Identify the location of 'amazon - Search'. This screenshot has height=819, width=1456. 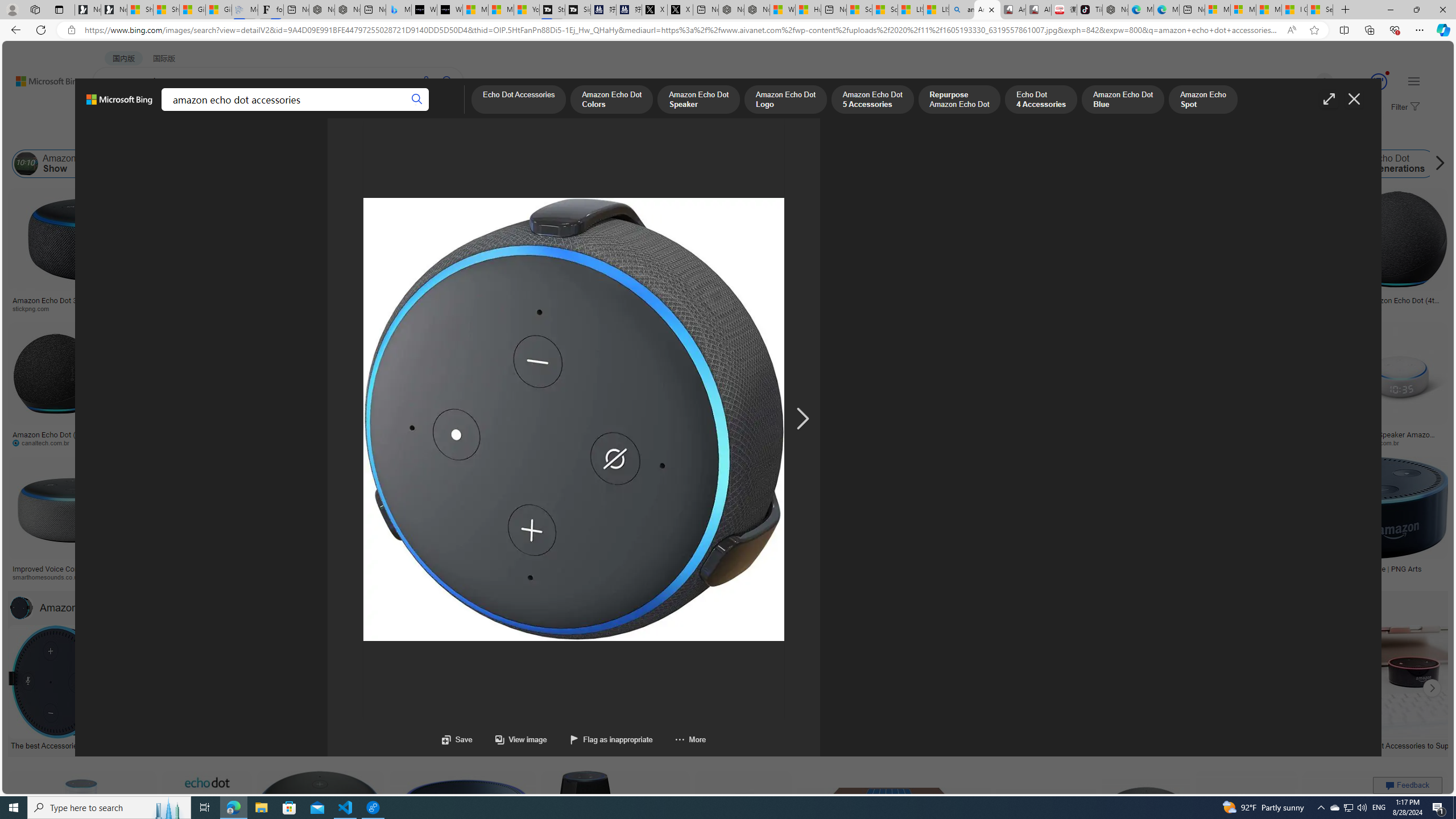
(961, 9).